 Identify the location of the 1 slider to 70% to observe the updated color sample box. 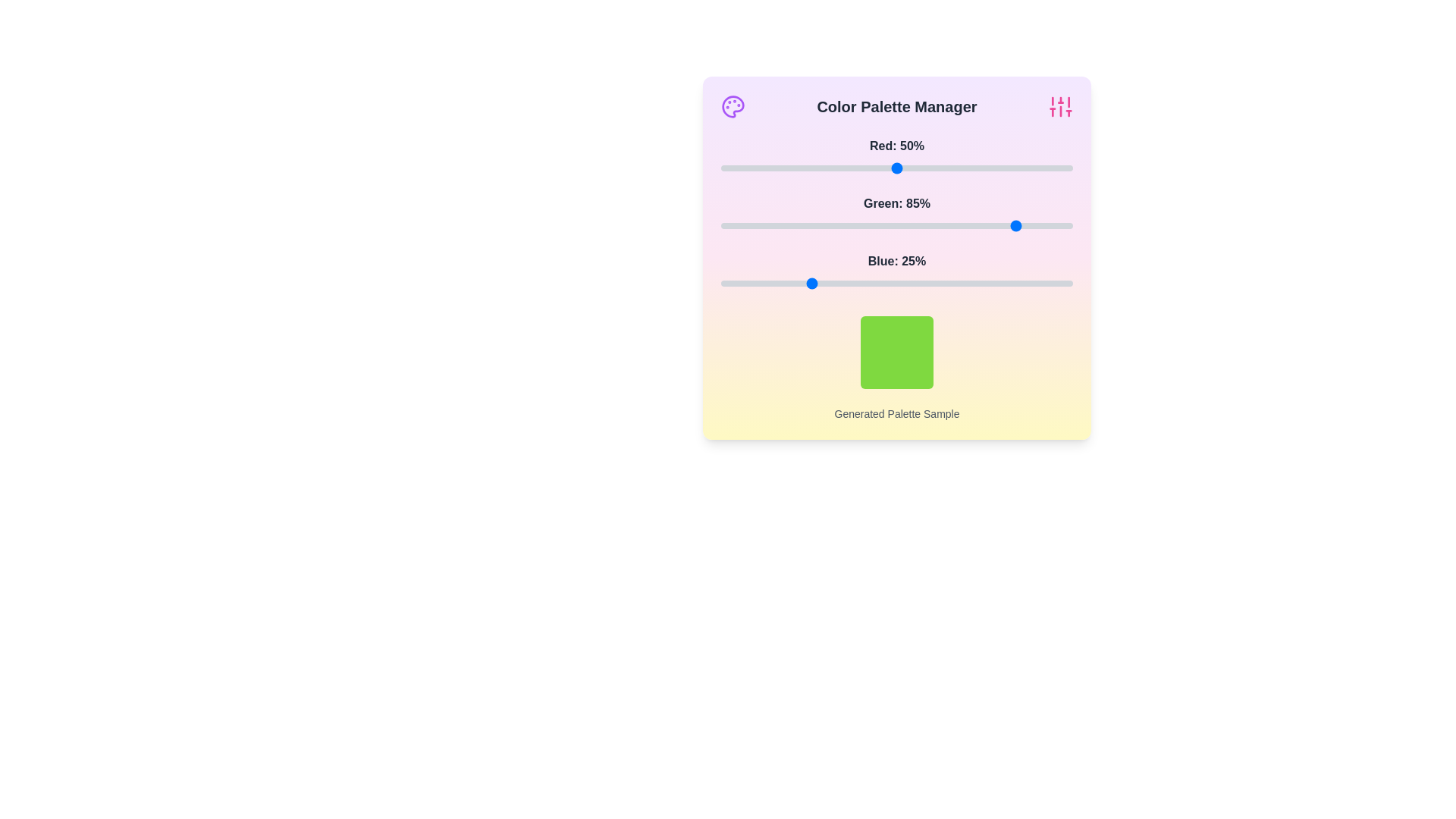
(966, 225).